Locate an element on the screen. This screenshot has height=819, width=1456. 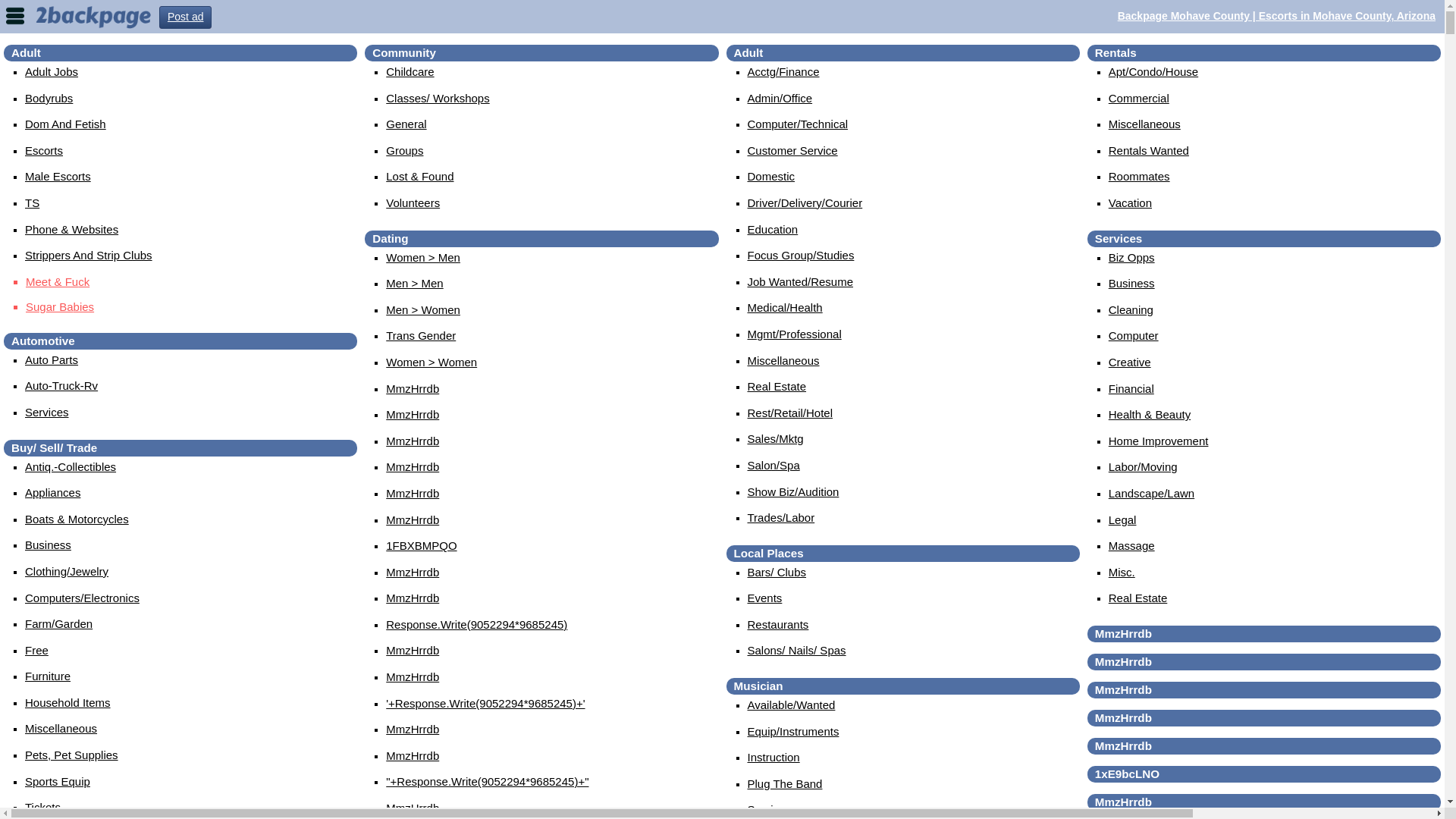
'Auto-Truck-Rv' is located at coordinates (25, 384).